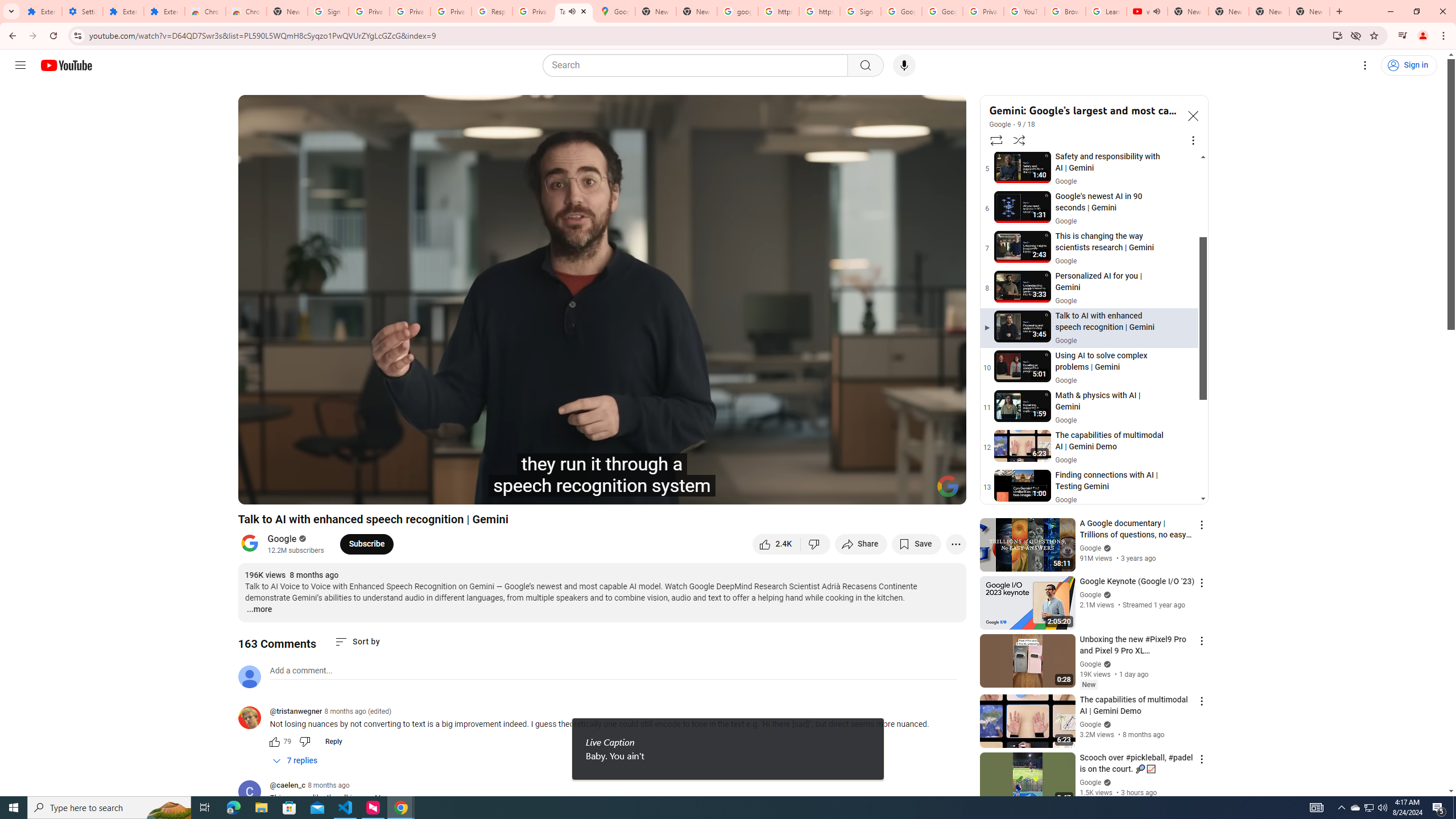 The image size is (1456, 819). I want to click on 'Default profile photo', so click(248, 676).